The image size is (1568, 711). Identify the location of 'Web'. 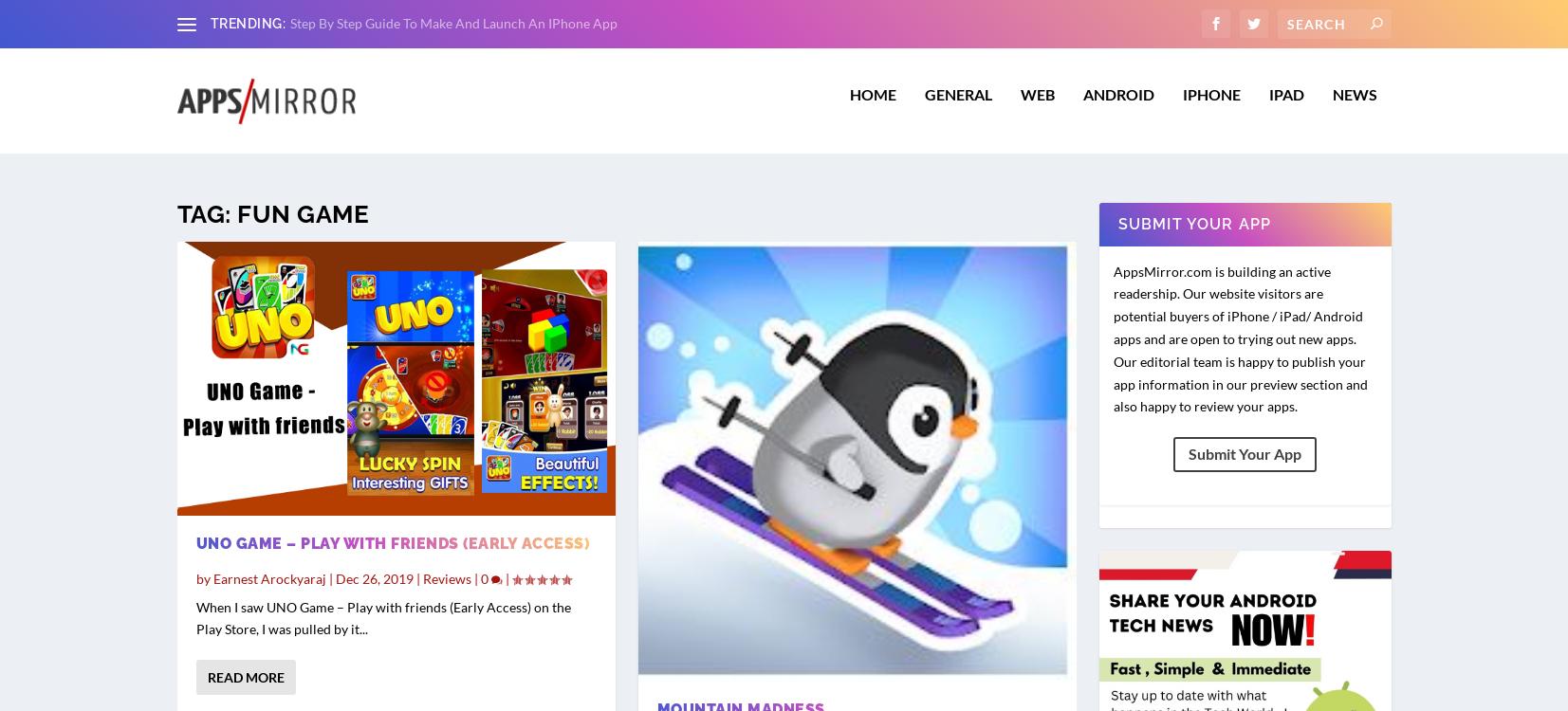
(1036, 104).